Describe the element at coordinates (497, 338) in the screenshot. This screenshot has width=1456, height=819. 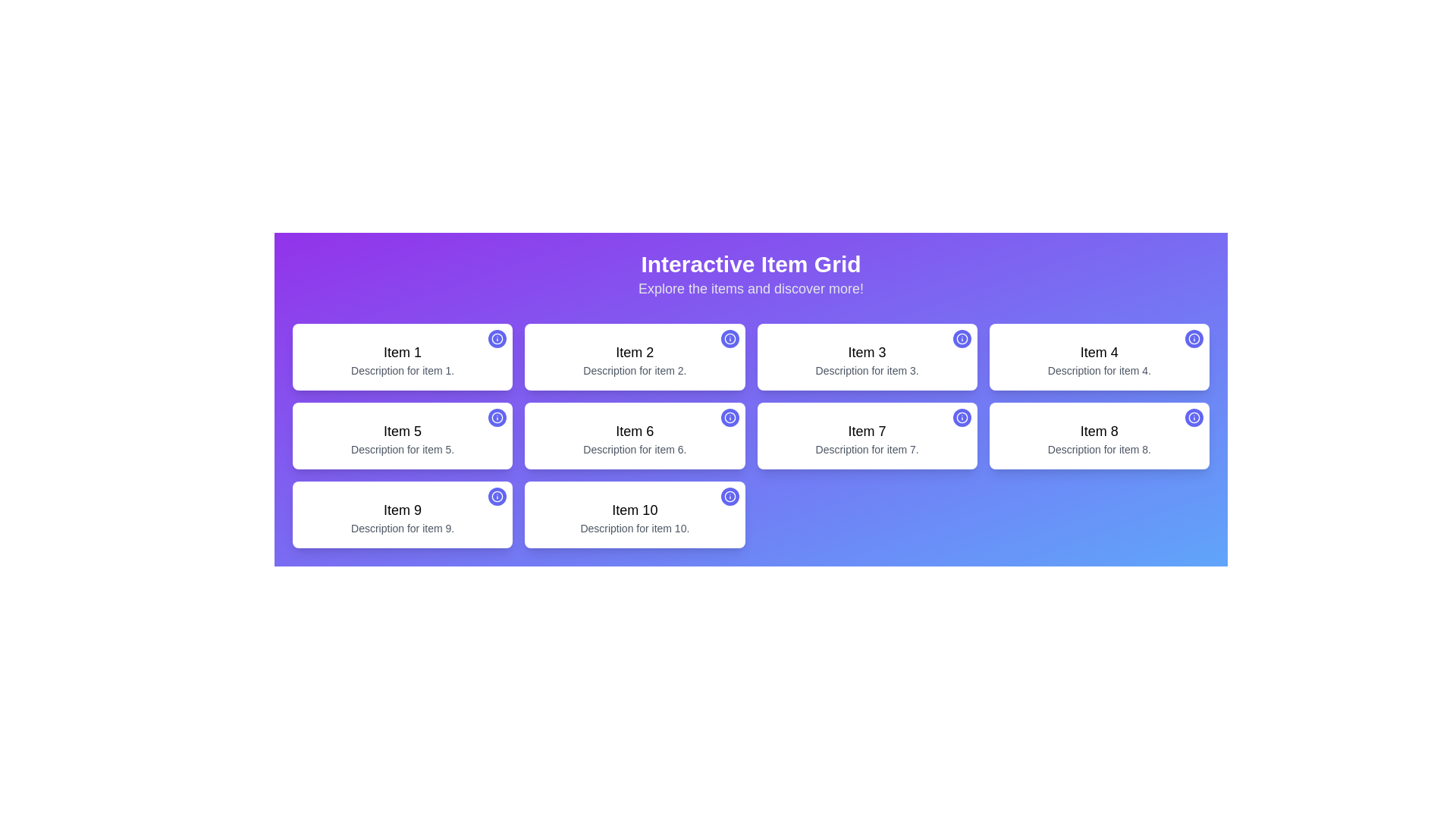
I see `the button located in the top-right corner of the card labeled 'Item 1'` at that location.